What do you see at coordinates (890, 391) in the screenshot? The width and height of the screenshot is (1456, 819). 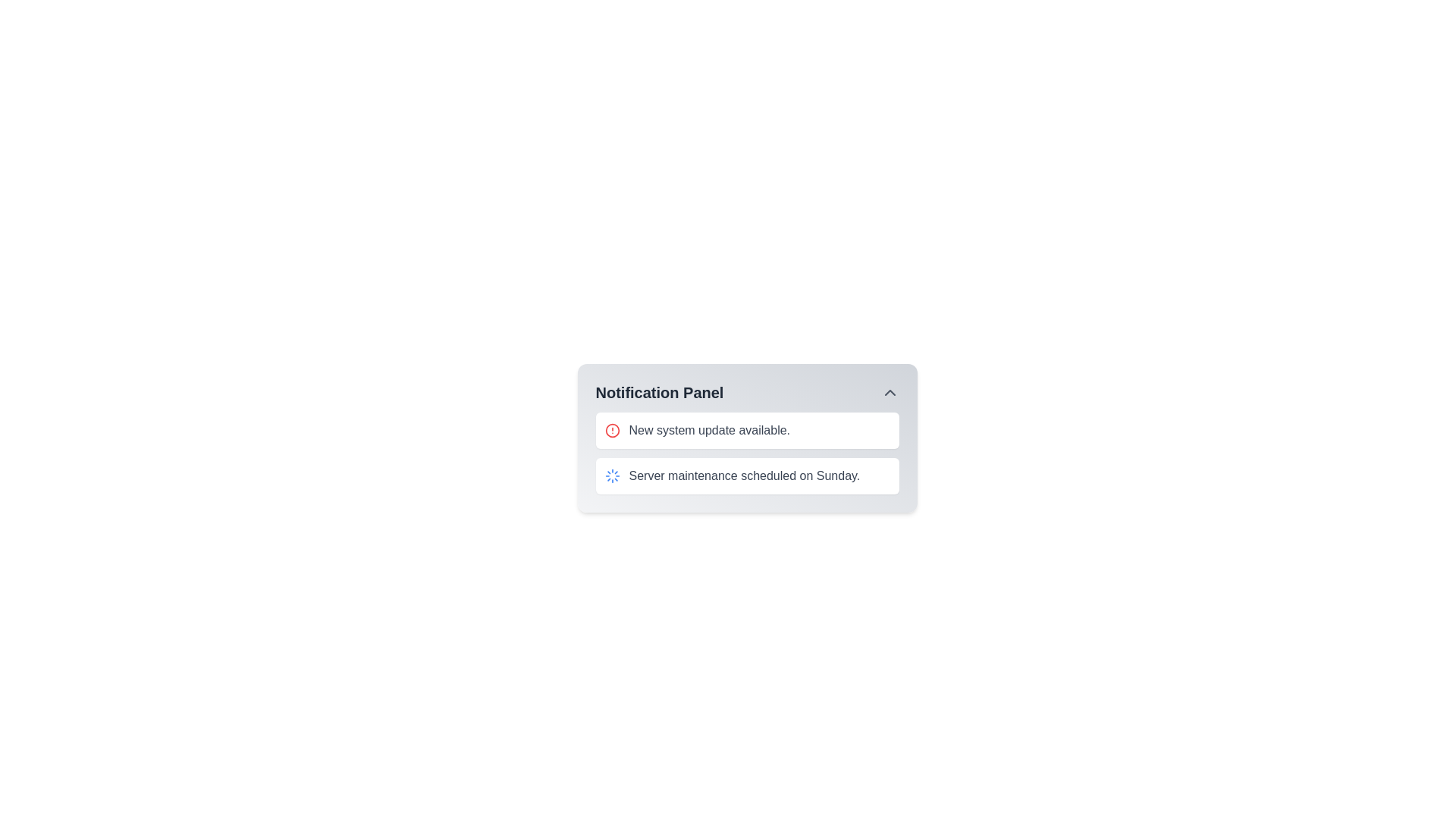 I see `the upward-pointing chevron button in the top-right corner of the 'Notification Panel'` at bounding box center [890, 391].